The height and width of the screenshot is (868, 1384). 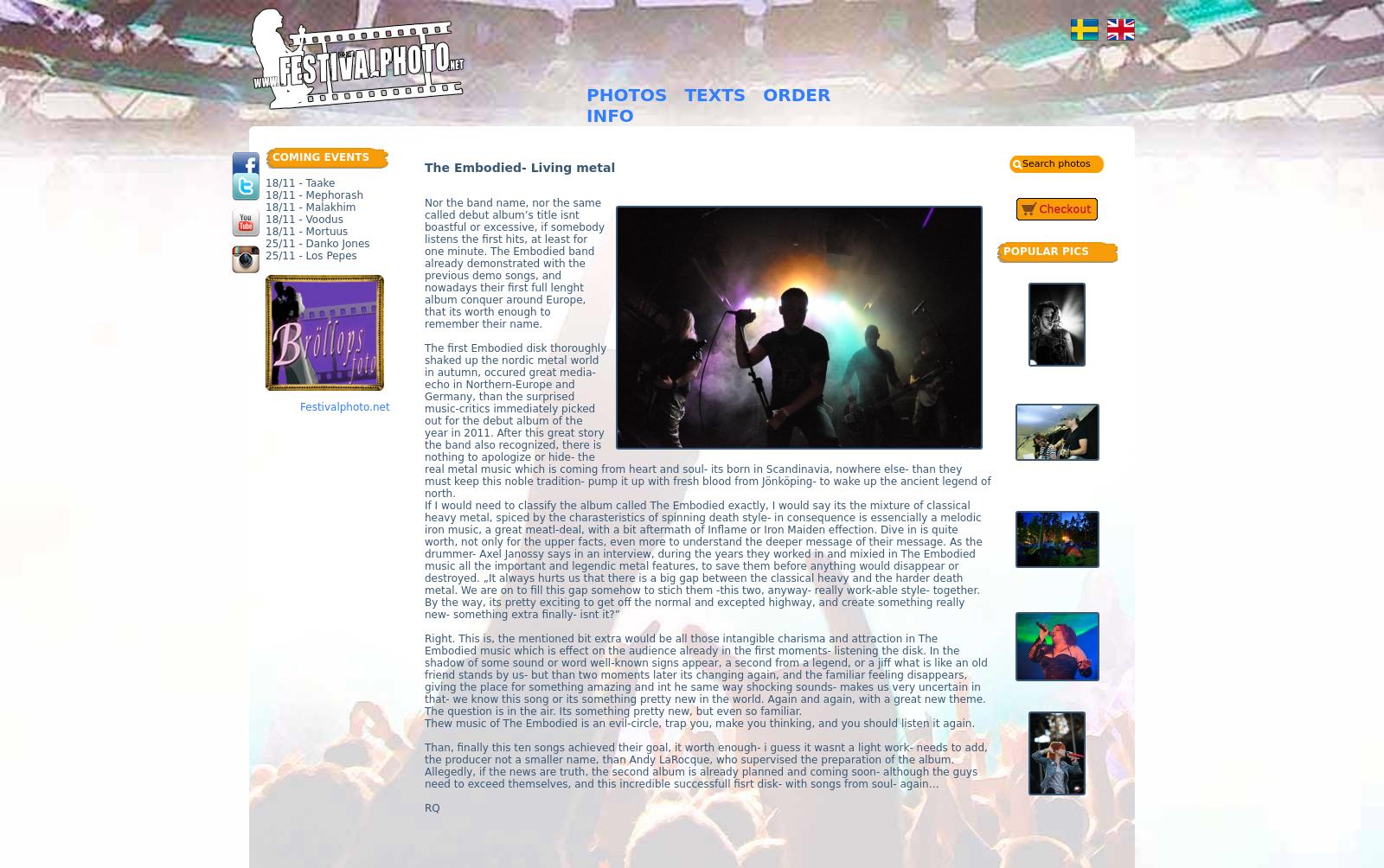 I want to click on 'POPULAR PICS', so click(x=1044, y=250).